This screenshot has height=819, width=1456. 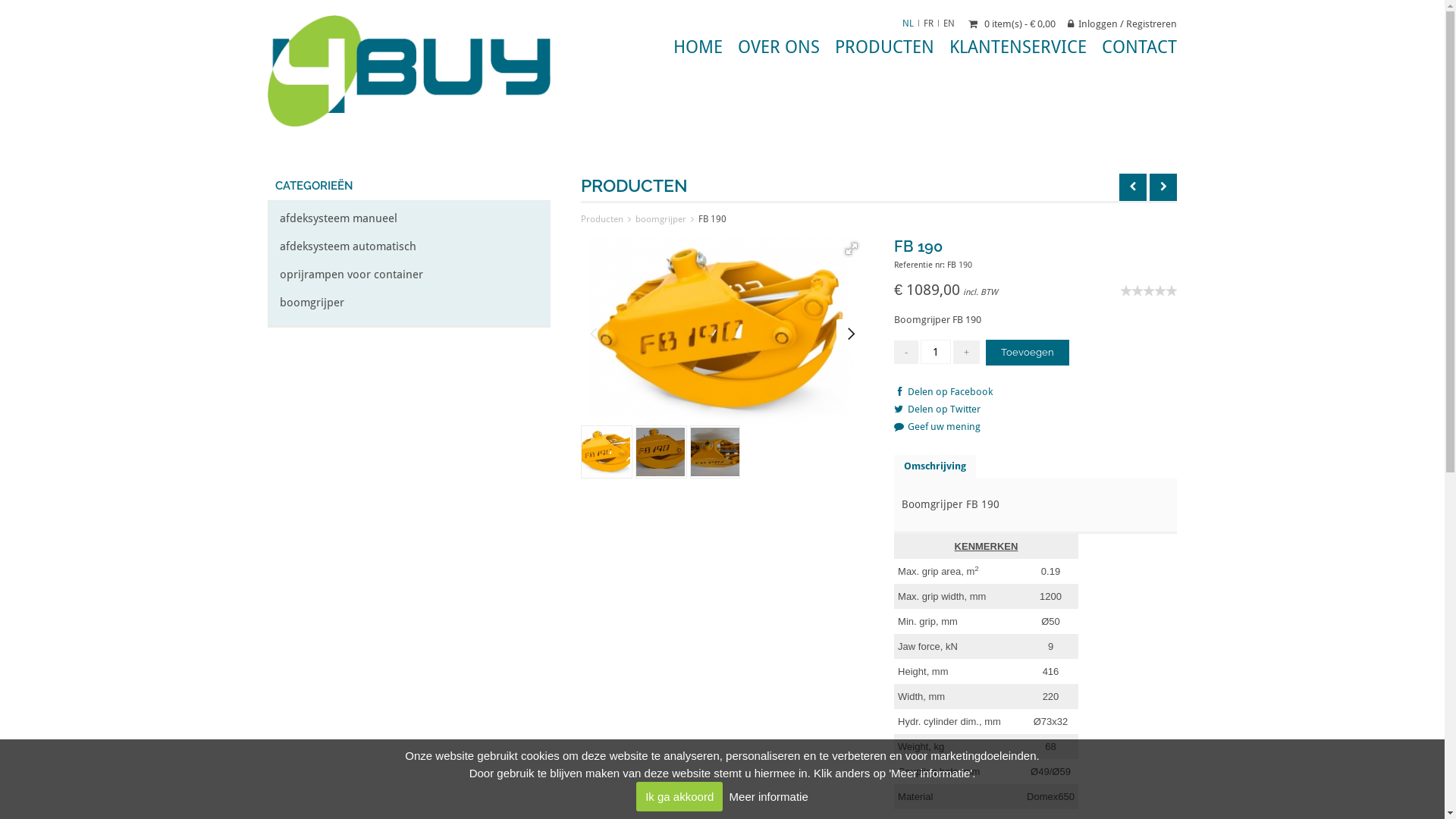 I want to click on 'Ik ga akkoord', so click(x=679, y=795).